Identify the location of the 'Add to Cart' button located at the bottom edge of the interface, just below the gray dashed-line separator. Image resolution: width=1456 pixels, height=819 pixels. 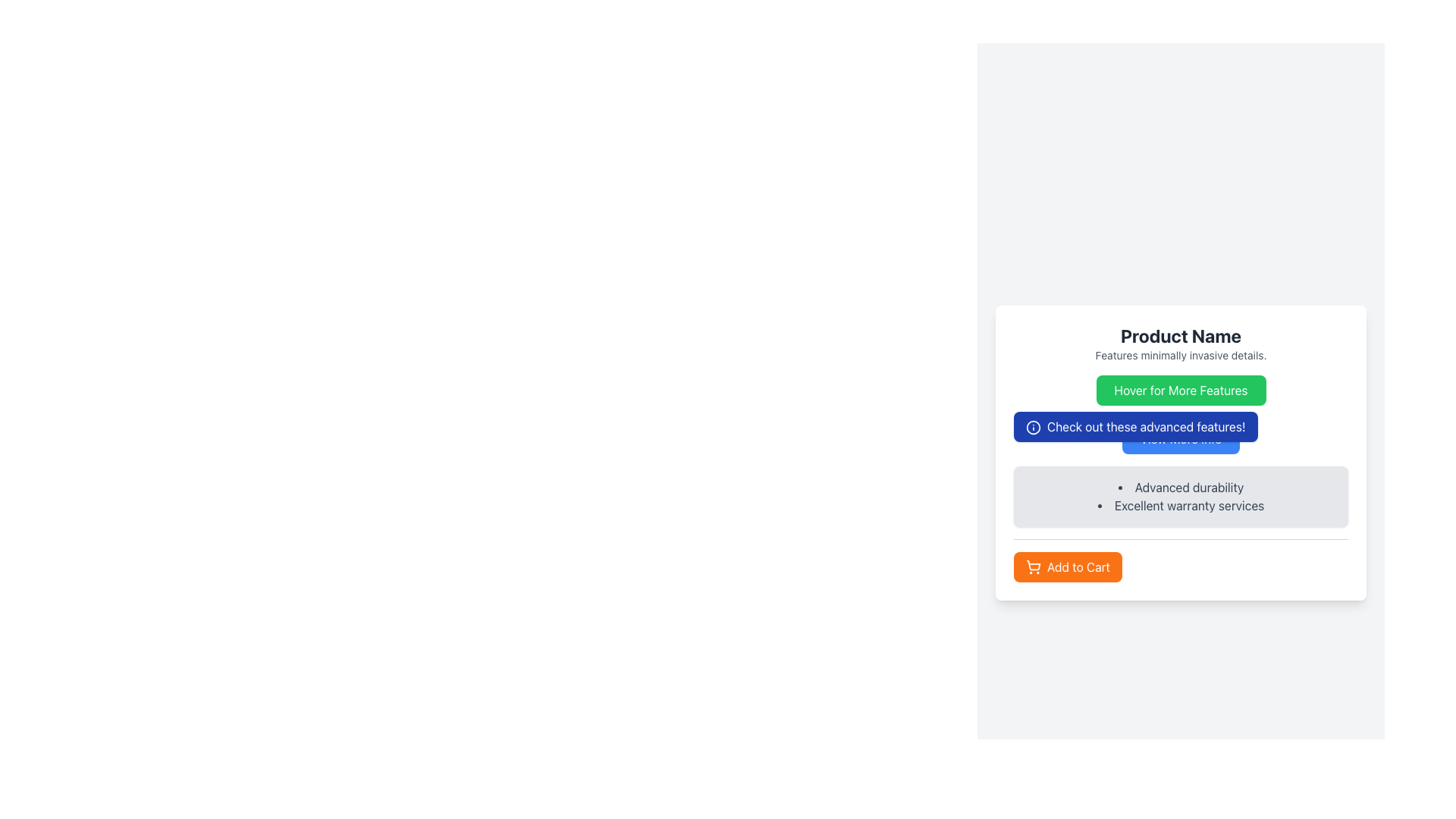
(1067, 566).